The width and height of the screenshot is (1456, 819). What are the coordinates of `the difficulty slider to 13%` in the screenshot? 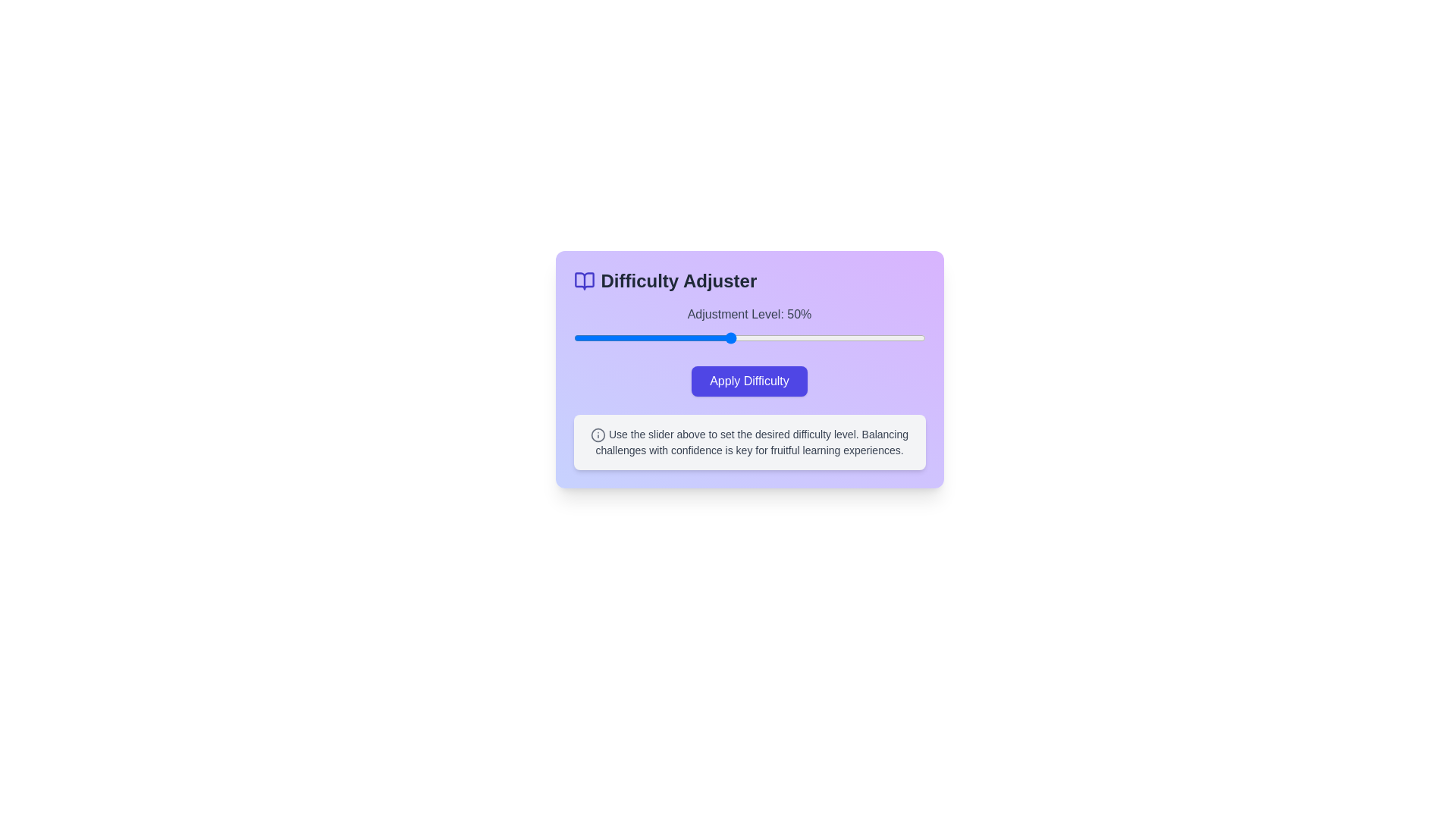 It's located at (585, 337).